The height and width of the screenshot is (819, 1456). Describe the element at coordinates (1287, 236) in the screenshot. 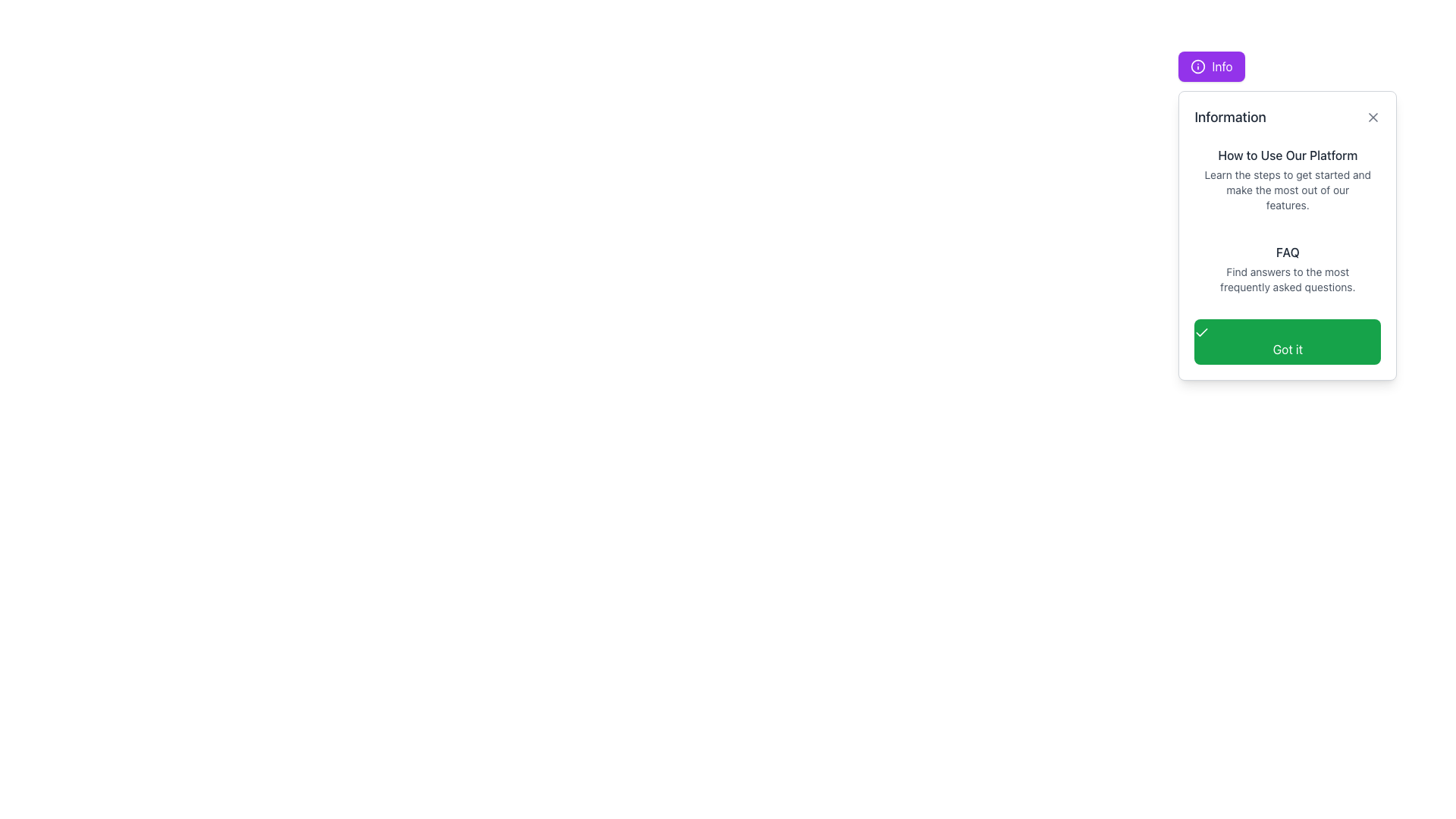

I see `informational content displayed in the tooltip that appears below the 'Info' button` at that location.